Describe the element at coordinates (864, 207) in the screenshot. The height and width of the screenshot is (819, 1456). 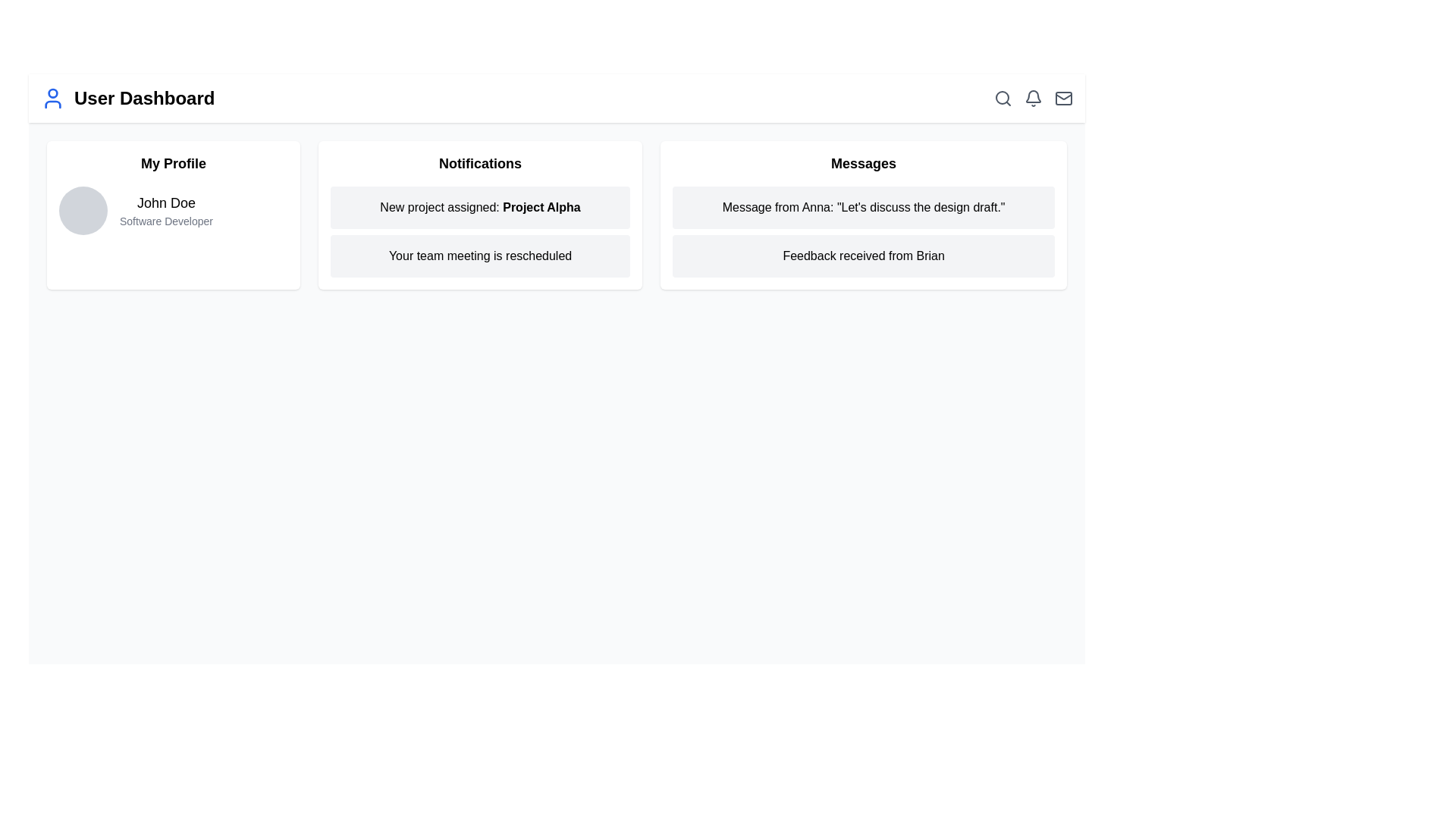
I see `the notification box displaying 'Message from Anna: "Let's discuss the design draft."' in the Messages section` at that location.